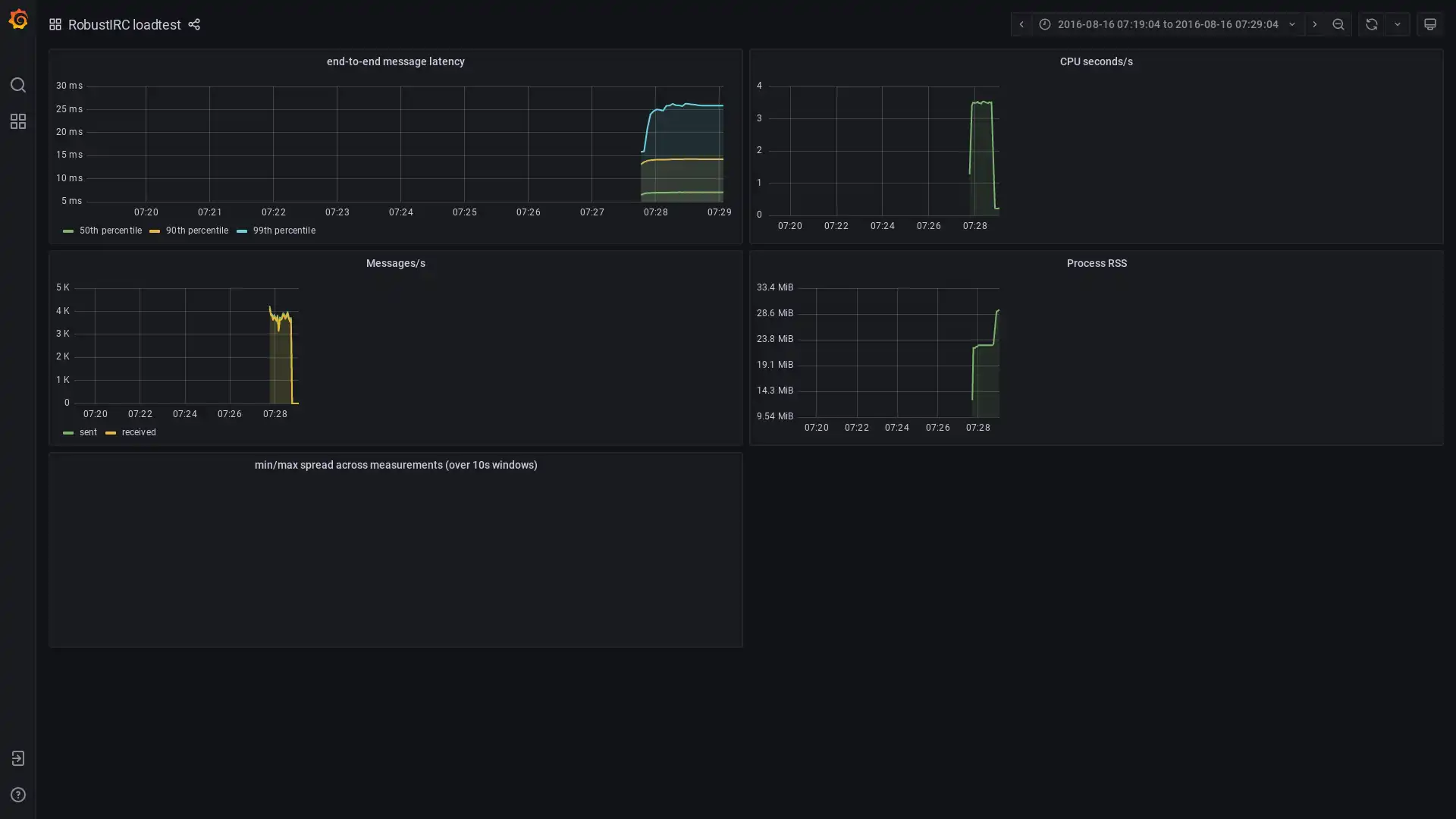 Image resolution: width=1456 pixels, height=819 pixels. I want to click on Cycle view mode, so click(1429, 24).